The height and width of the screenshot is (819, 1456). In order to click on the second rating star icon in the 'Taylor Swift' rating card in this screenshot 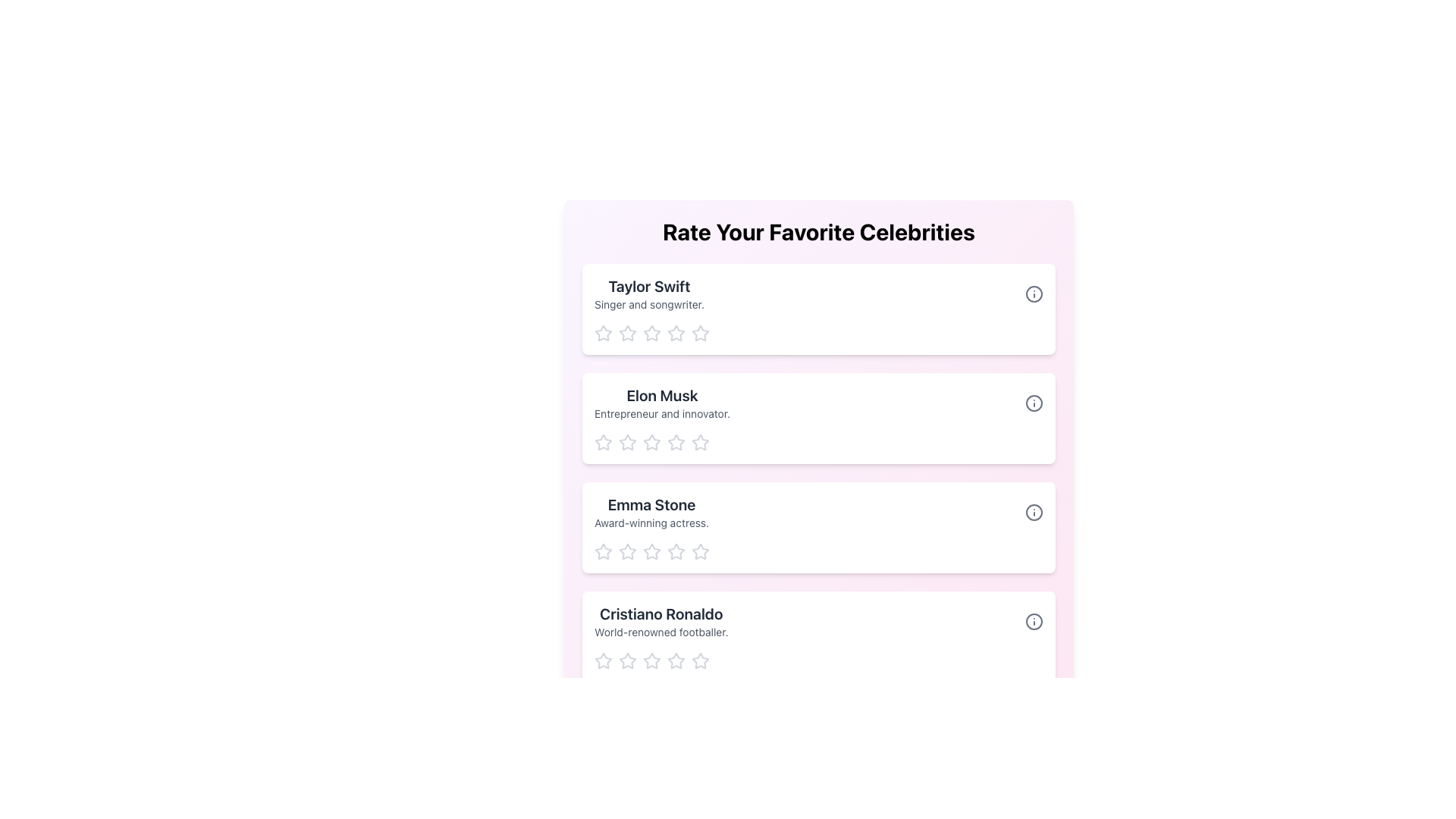, I will do `click(628, 332)`.